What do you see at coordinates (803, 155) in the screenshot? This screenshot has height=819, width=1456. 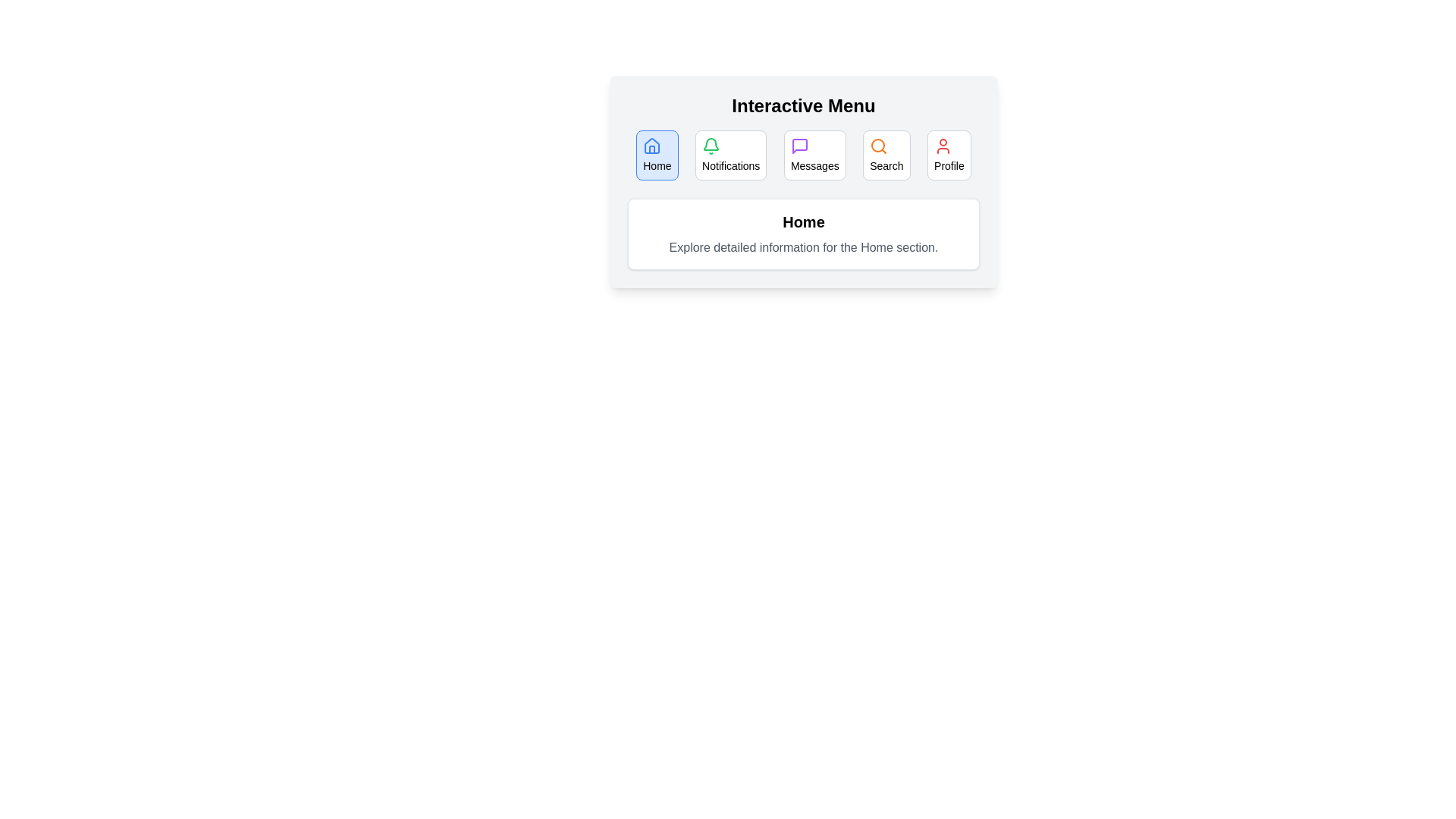 I see `any button in the Navigation menu, which is a group of horizontally aligned interactive buttons located in the second row of the 'Interactive Menu' card component` at bounding box center [803, 155].